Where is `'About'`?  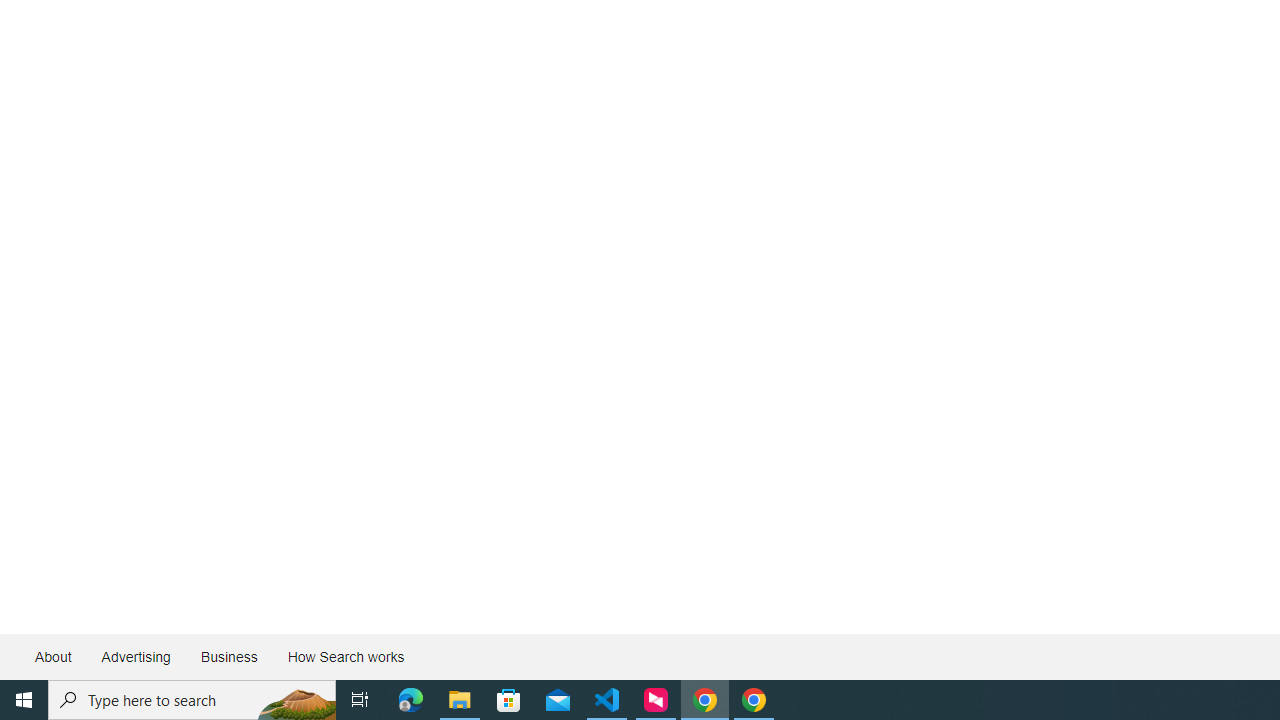 'About' is located at coordinates (53, 657).